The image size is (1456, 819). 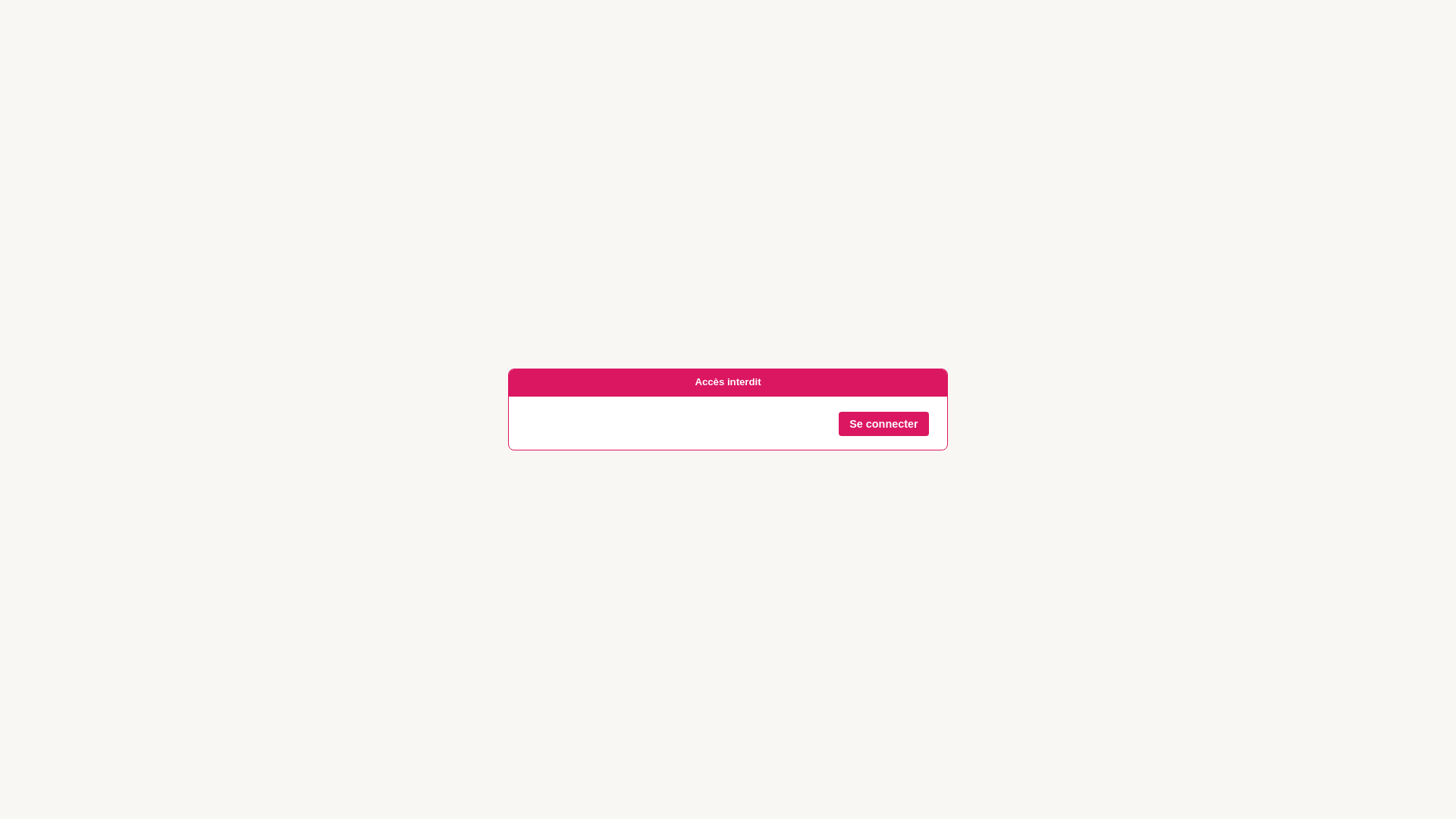 What do you see at coordinates (883, 424) in the screenshot?
I see `'Se connecter'` at bounding box center [883, 424].